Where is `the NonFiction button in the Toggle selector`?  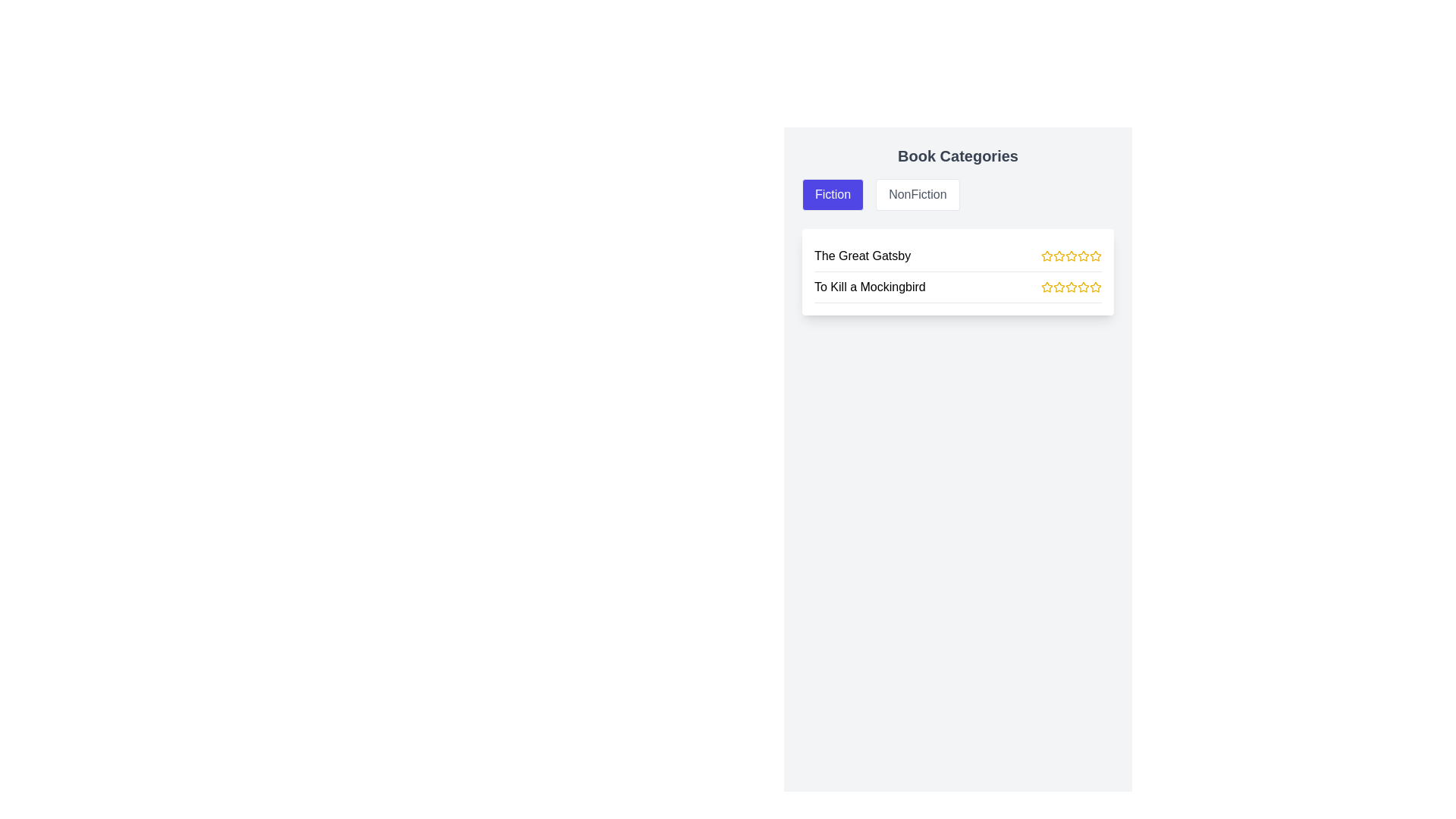
the NonFiction button in the Toggle selector is located at coordinates (957, 194).